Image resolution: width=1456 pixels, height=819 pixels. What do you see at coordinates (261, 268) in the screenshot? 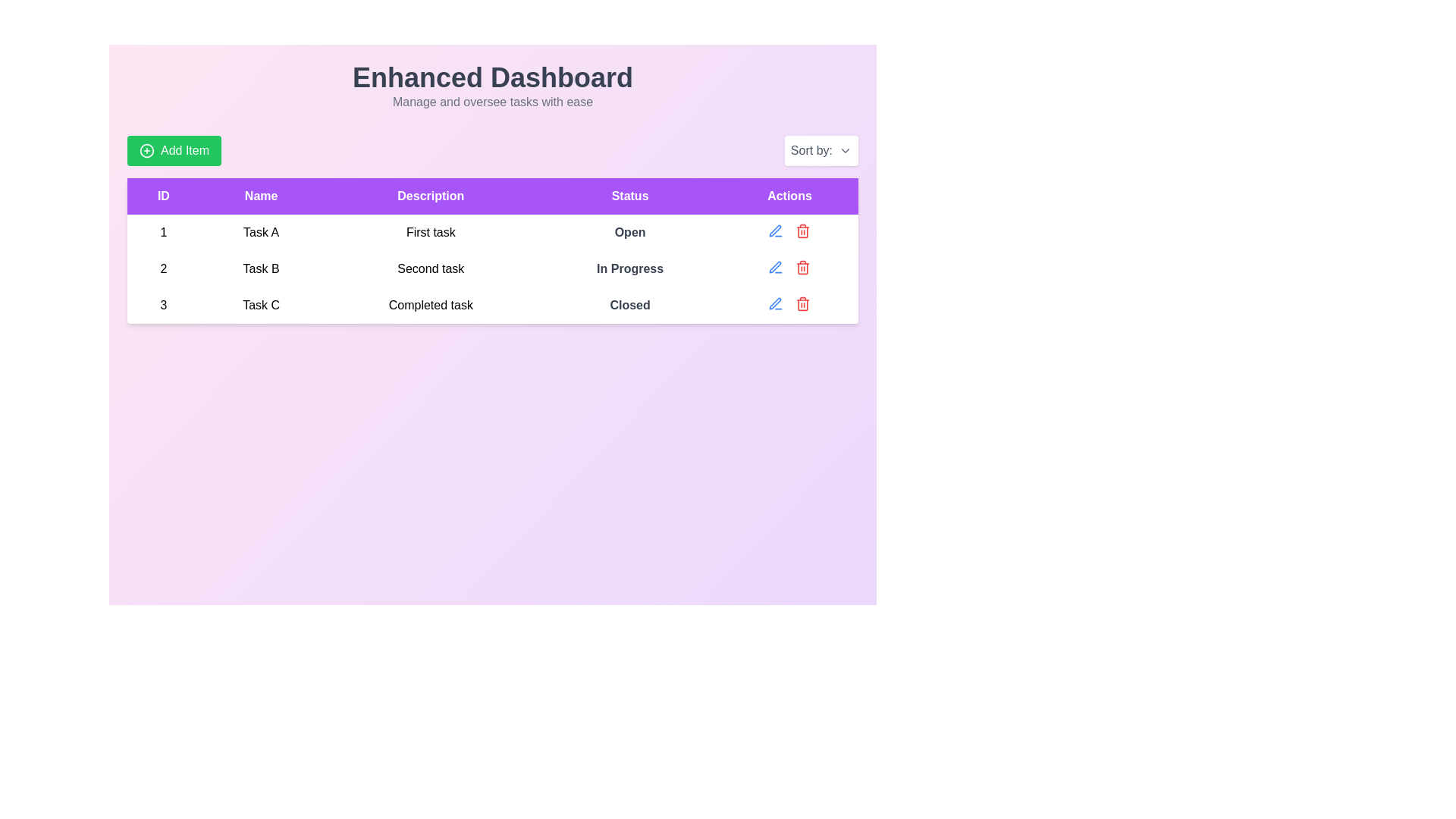
I see `the Text component representing the name of the task in the second row of the task management table under the 'Name' column, which is located between 'Task A' and 'Task C'` at bounding box center [261, 268].